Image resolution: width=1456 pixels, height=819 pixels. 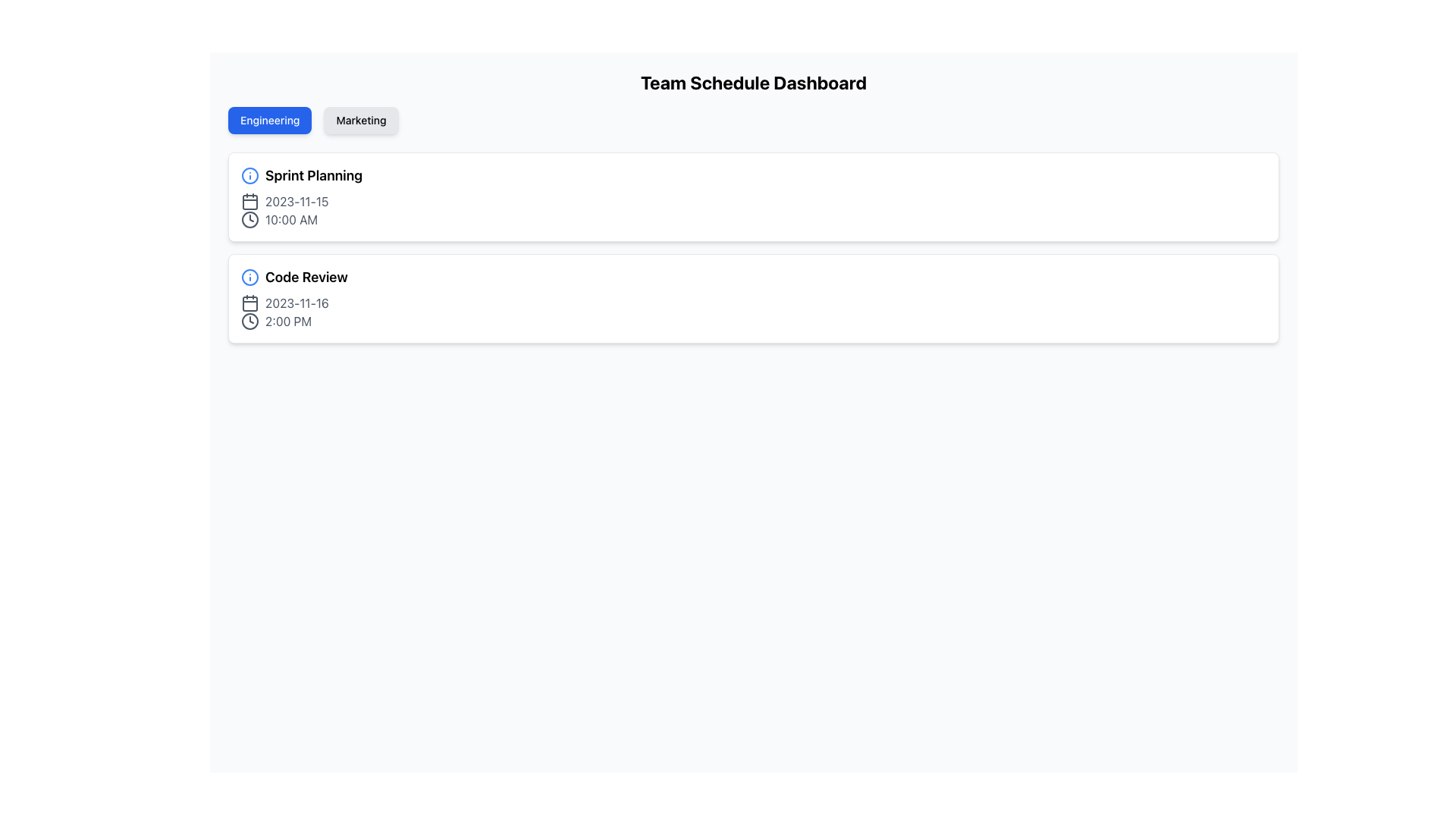 I want to click on the calendar icon component associated with the 'Code Review' event entry, so click(x=250, y=304).